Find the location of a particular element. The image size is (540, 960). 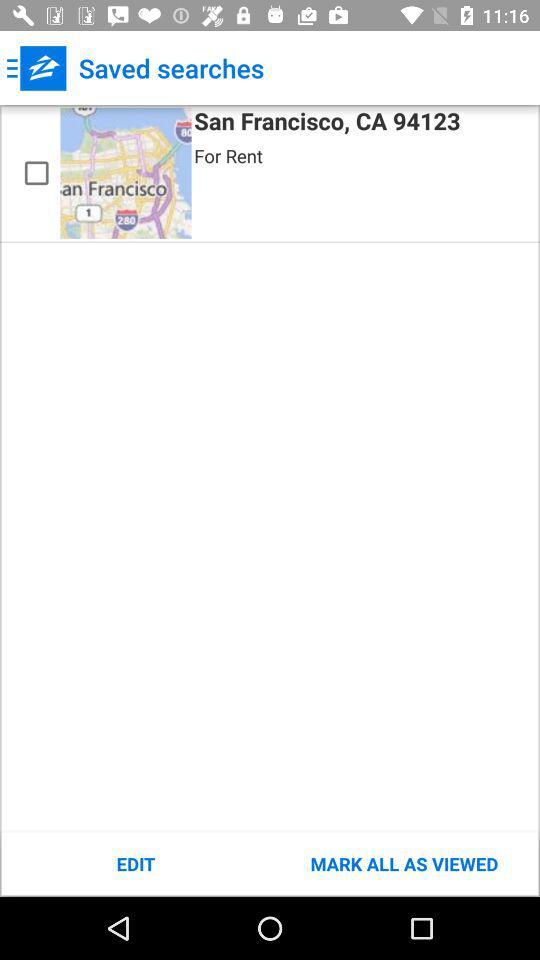

the item next to edit is located at coordinates (404, 863).